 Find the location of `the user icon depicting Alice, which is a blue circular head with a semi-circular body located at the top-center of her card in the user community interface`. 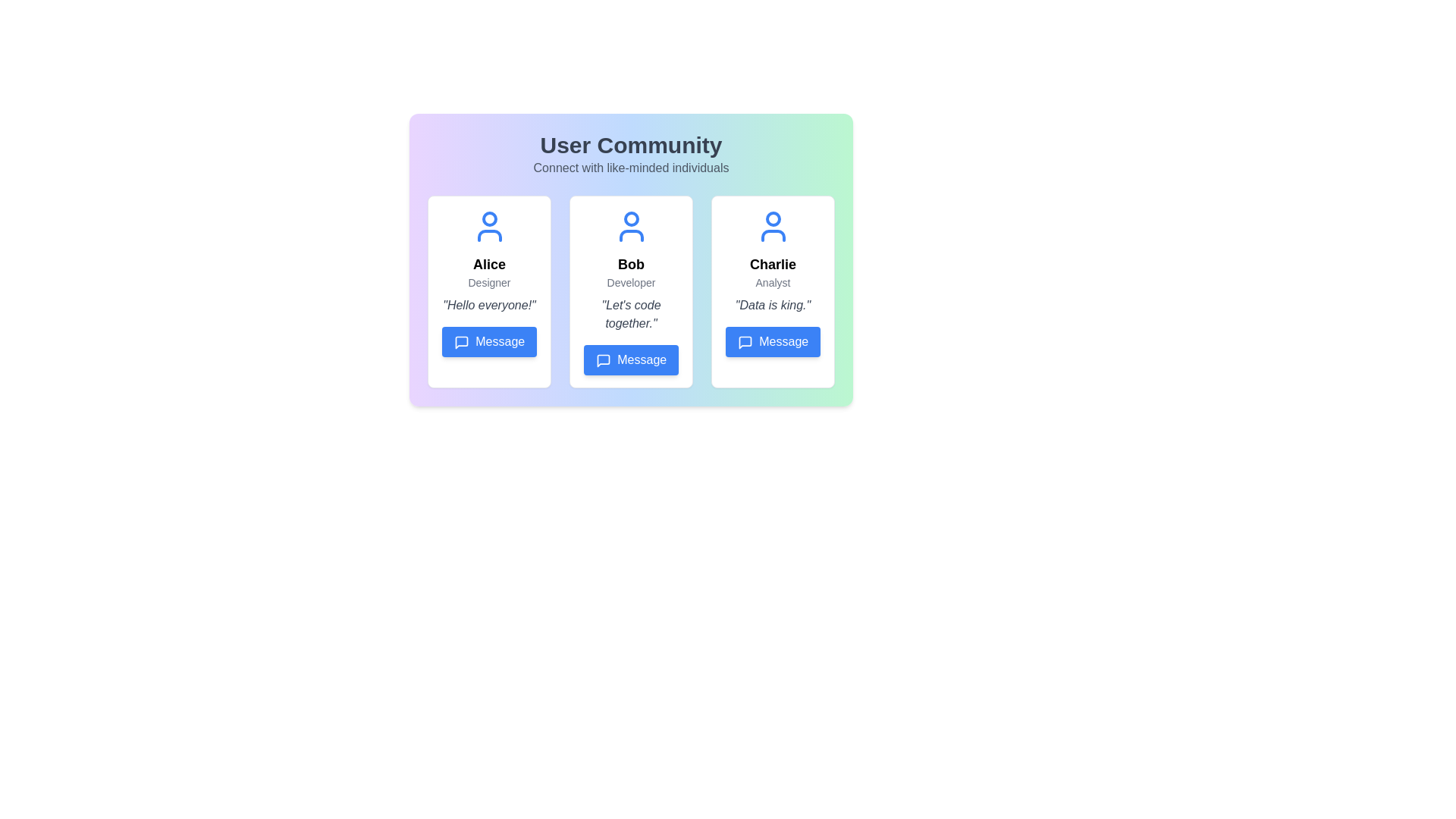

the user icon depicting Alice, which is a blue circular head with a semi-circular body located at the top-center of her card in the user community interface is located at coordinates (489, 227).